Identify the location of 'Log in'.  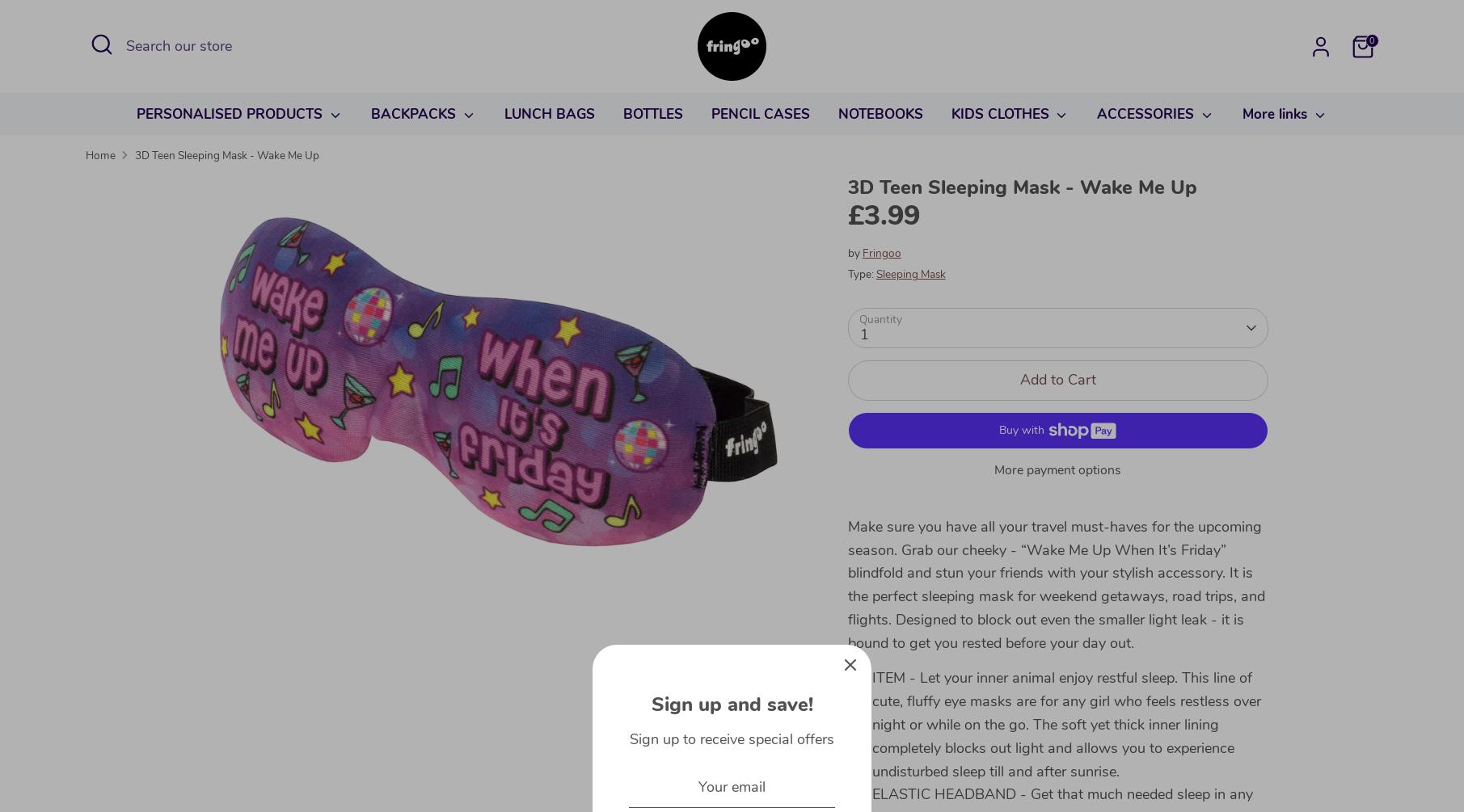
(1280, 76).